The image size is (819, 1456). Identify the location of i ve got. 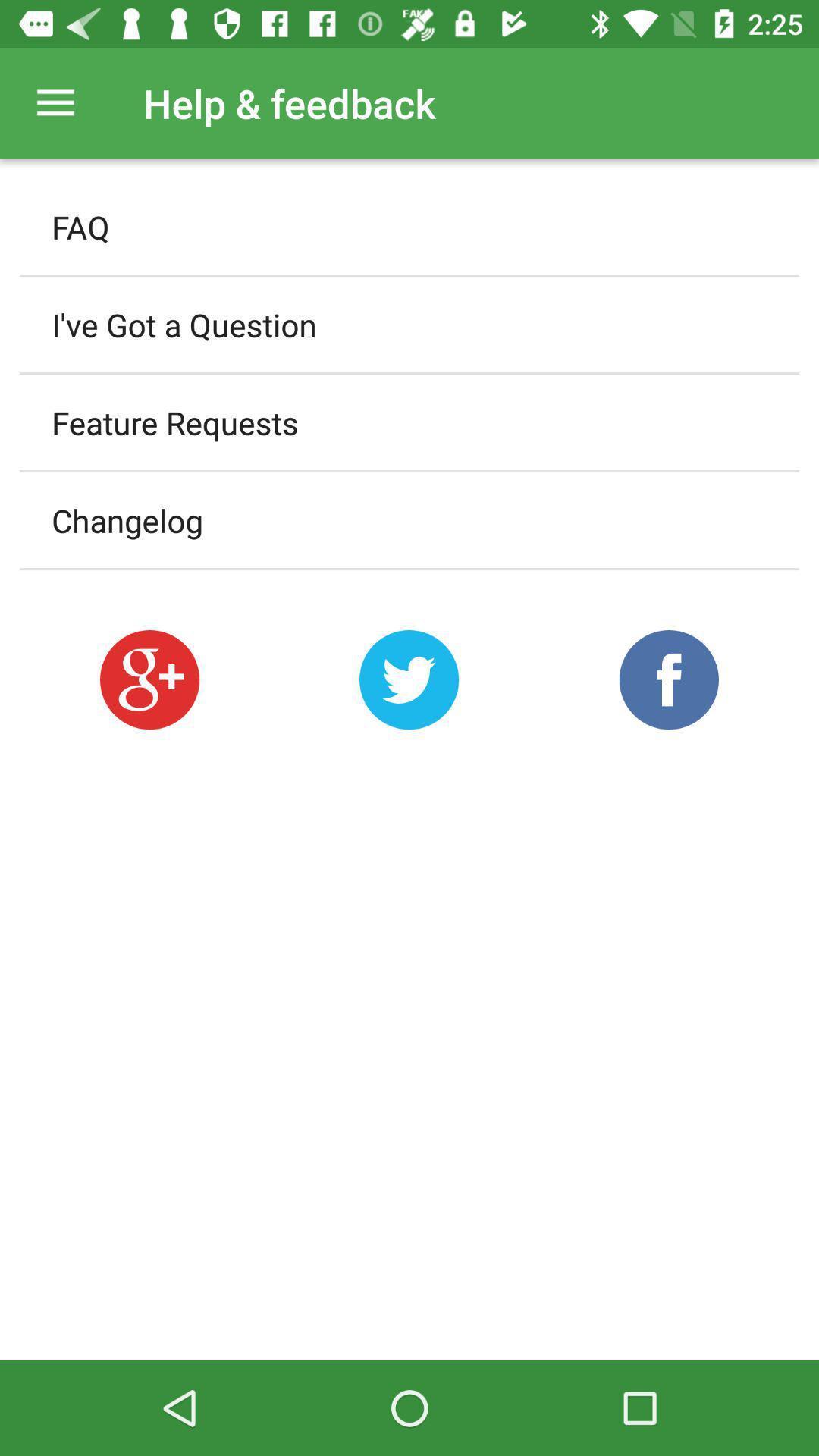
(409, 324).